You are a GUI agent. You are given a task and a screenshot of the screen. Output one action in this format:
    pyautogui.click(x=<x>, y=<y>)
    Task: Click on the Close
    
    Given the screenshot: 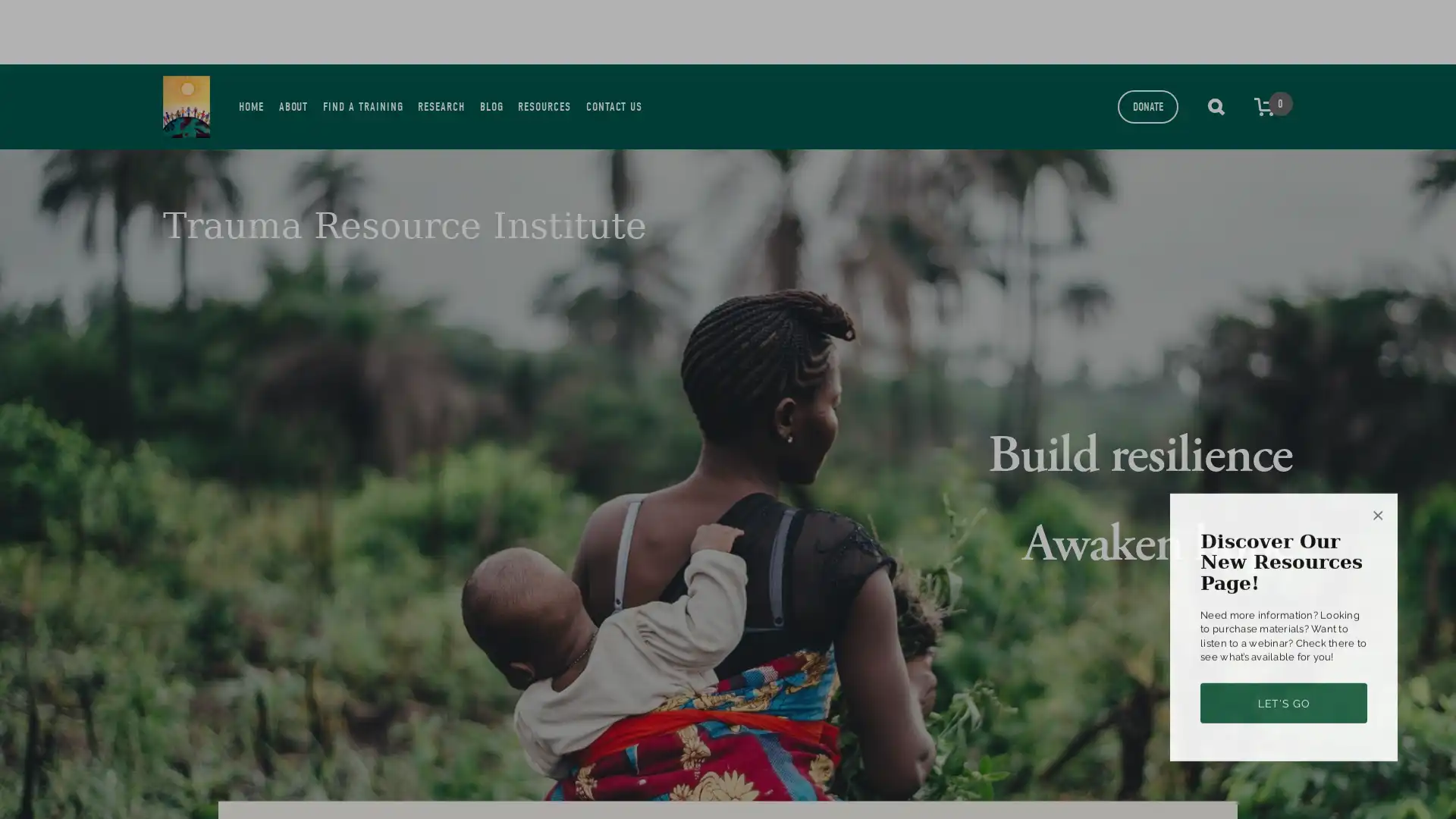 What is the action you would take?
    pyautogui.click(x=1378, y=469)
    